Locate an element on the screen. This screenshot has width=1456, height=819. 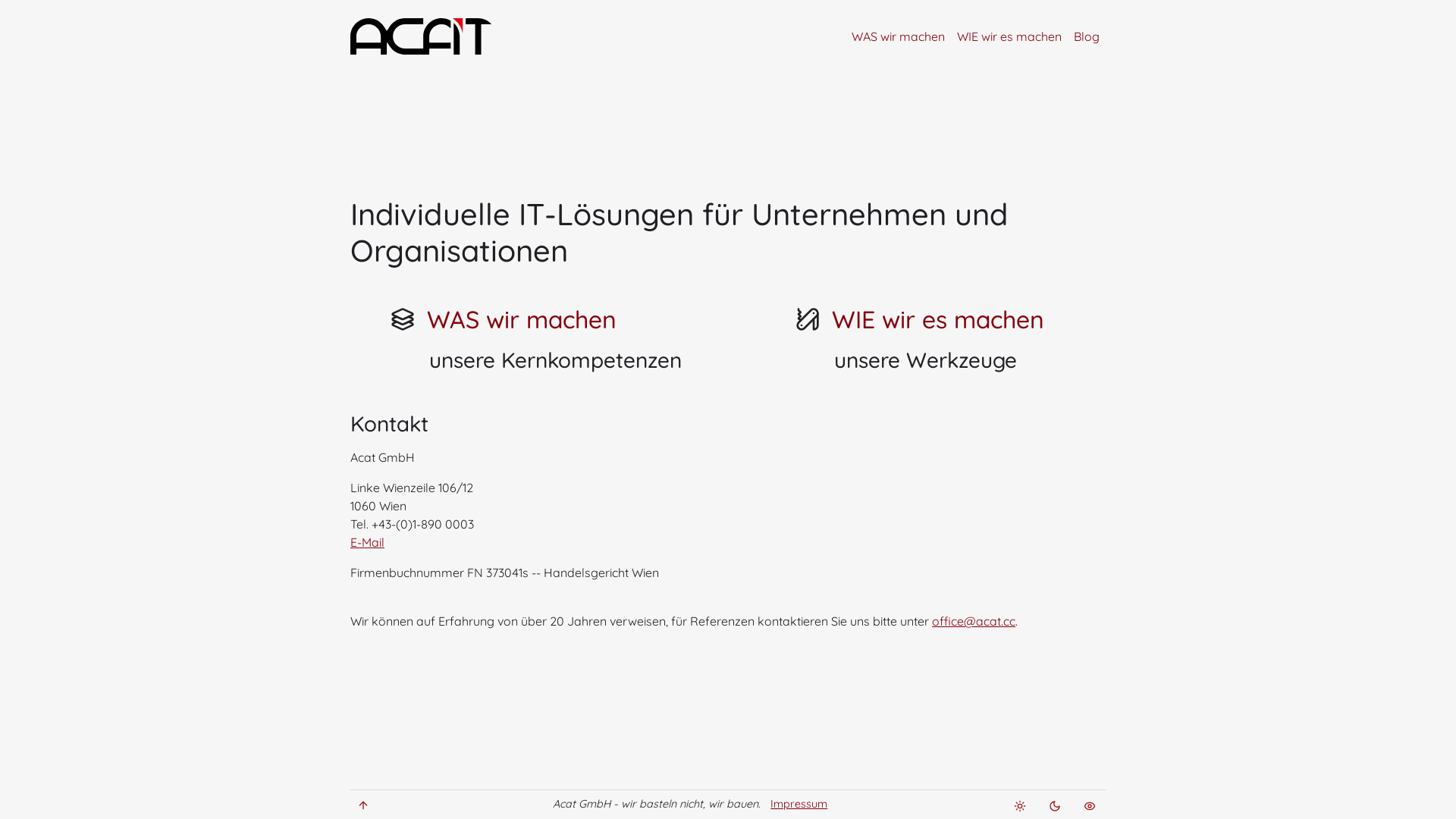
'Acat GmbH' is located at coordinates (431, 35).